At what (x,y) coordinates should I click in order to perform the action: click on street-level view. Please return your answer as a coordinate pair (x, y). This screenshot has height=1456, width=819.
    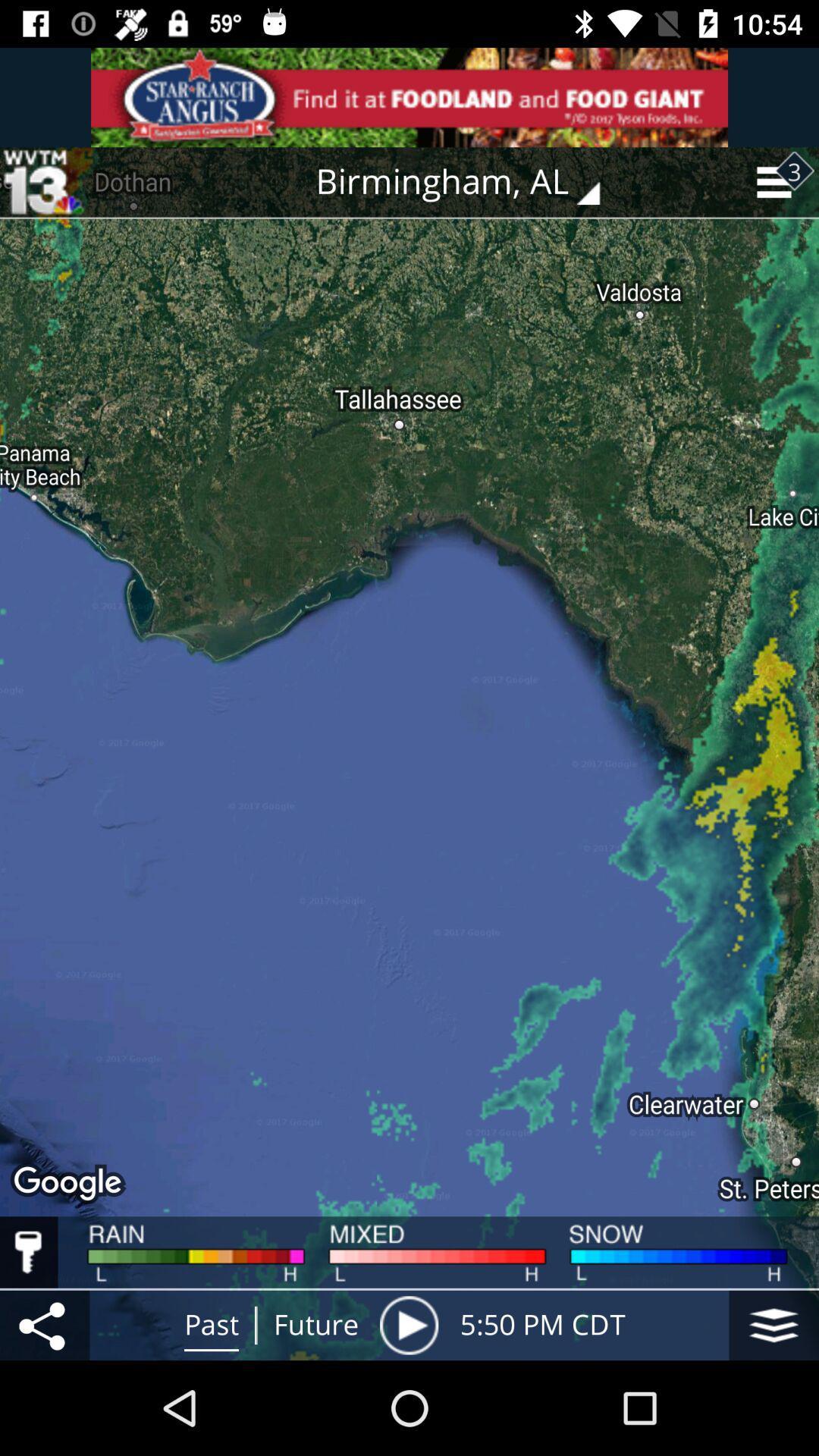
    Looking at the image, I should click on (773, 1324).